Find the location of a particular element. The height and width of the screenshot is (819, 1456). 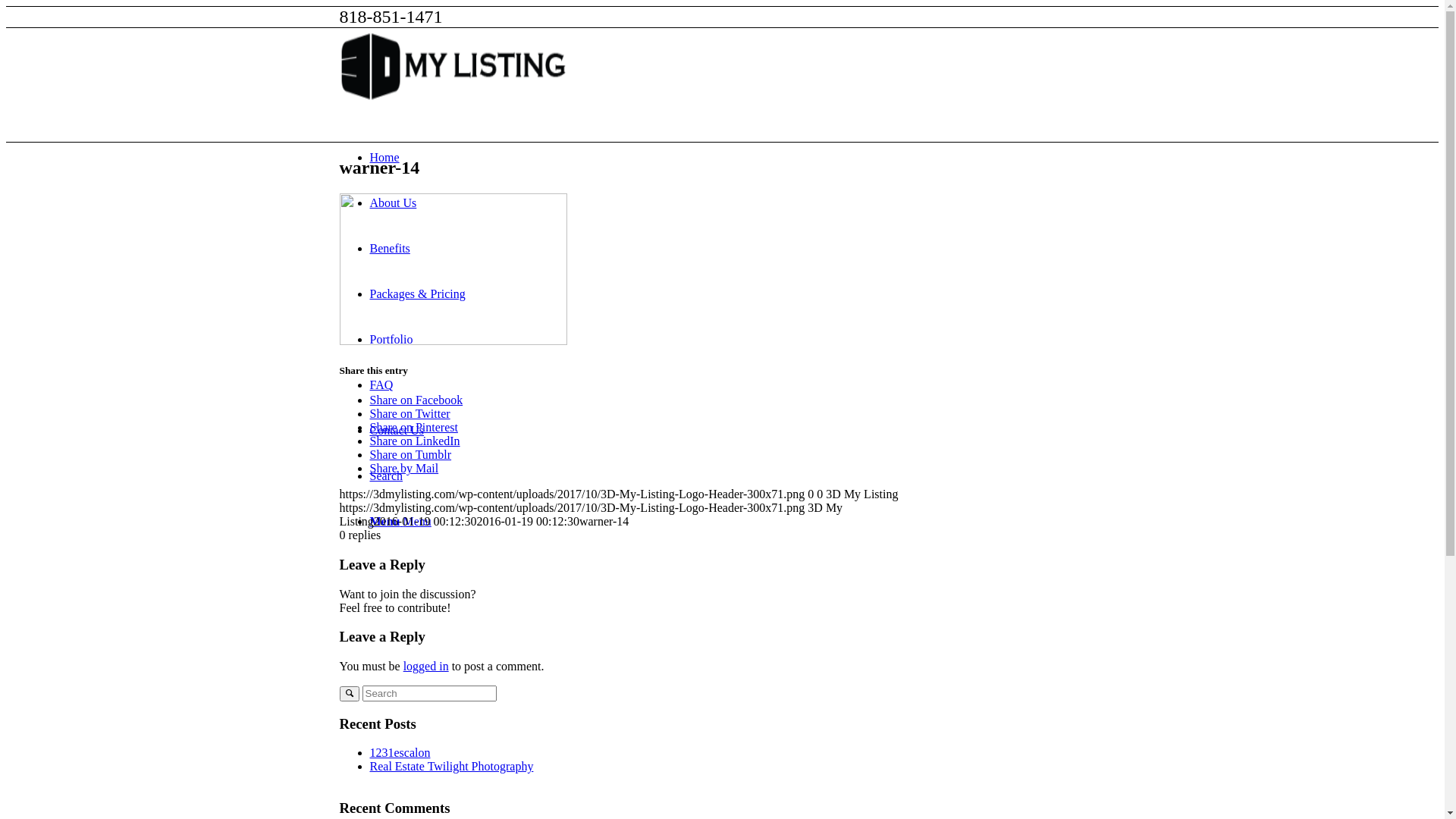

'Packages & Pricing' is located at coordinates (418, 293).